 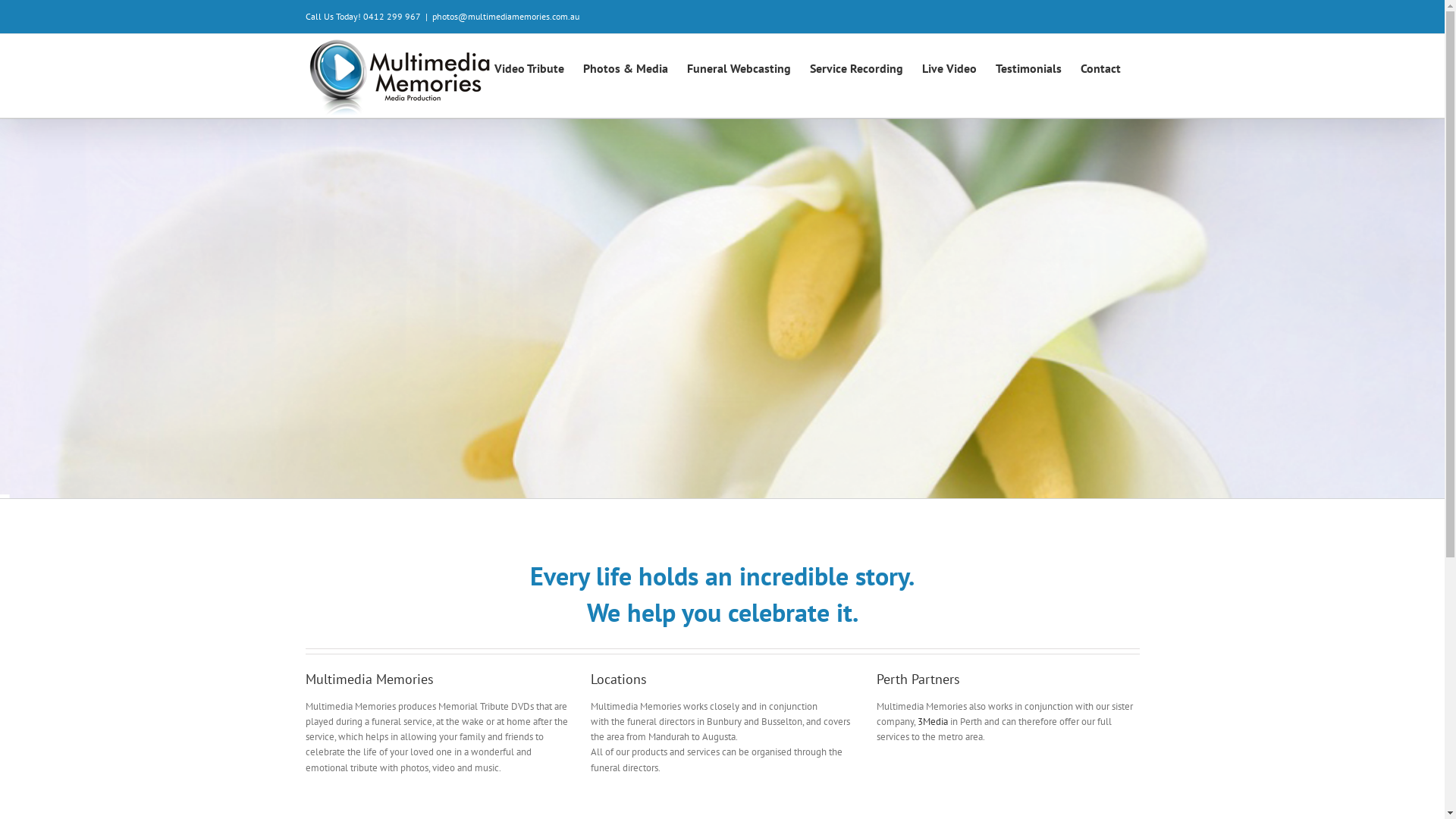 What do you see at coordinates (739, 66) in the screenshot?
I see `'Funeral Webcasting'` at bounding box center [739, 66].